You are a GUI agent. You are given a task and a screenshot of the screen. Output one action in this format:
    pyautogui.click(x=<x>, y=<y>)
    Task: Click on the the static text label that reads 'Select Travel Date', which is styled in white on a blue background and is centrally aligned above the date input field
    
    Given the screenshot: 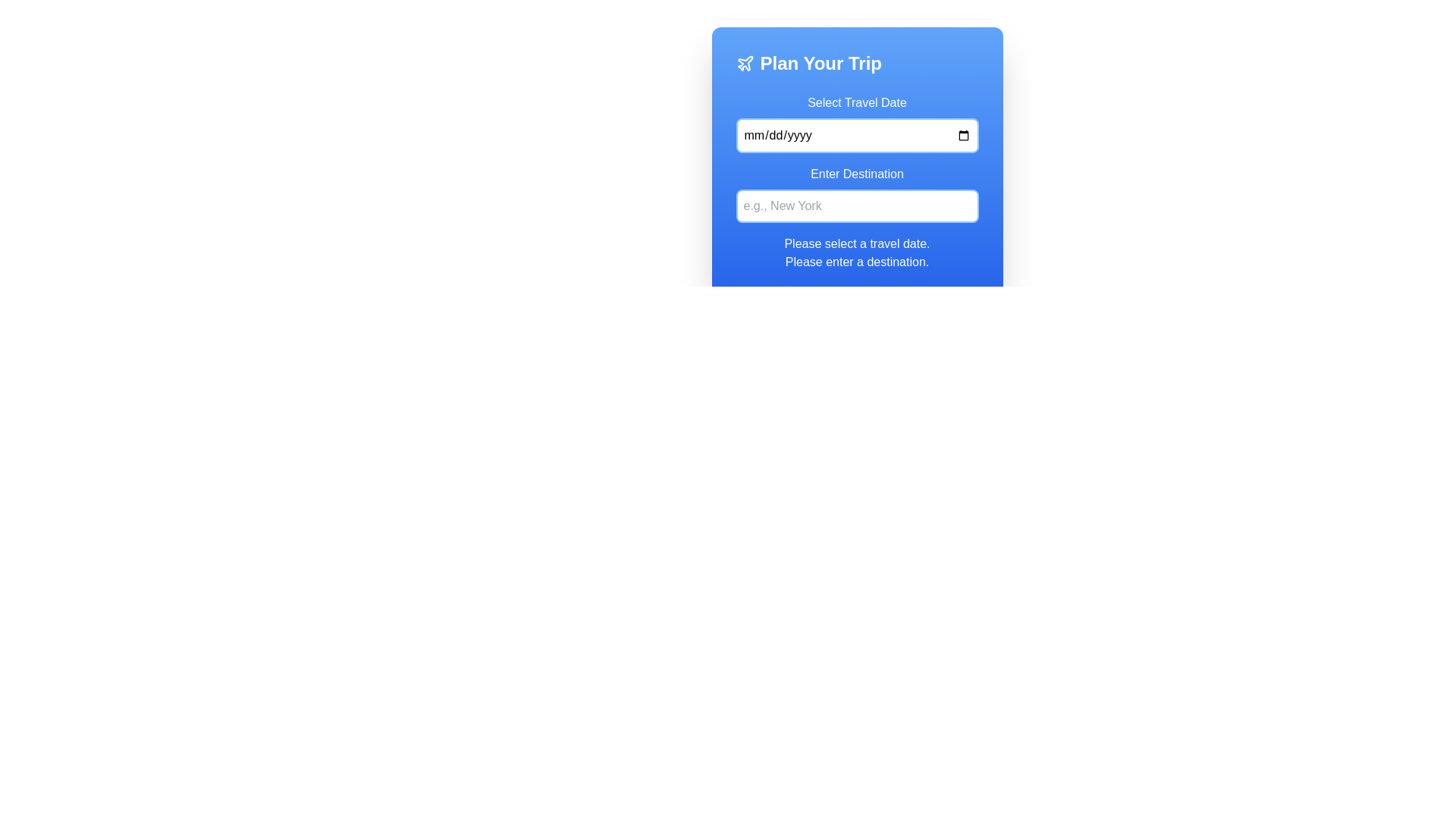 What is the action you would take?
    pyautogui.click(x=857, y=102)
    